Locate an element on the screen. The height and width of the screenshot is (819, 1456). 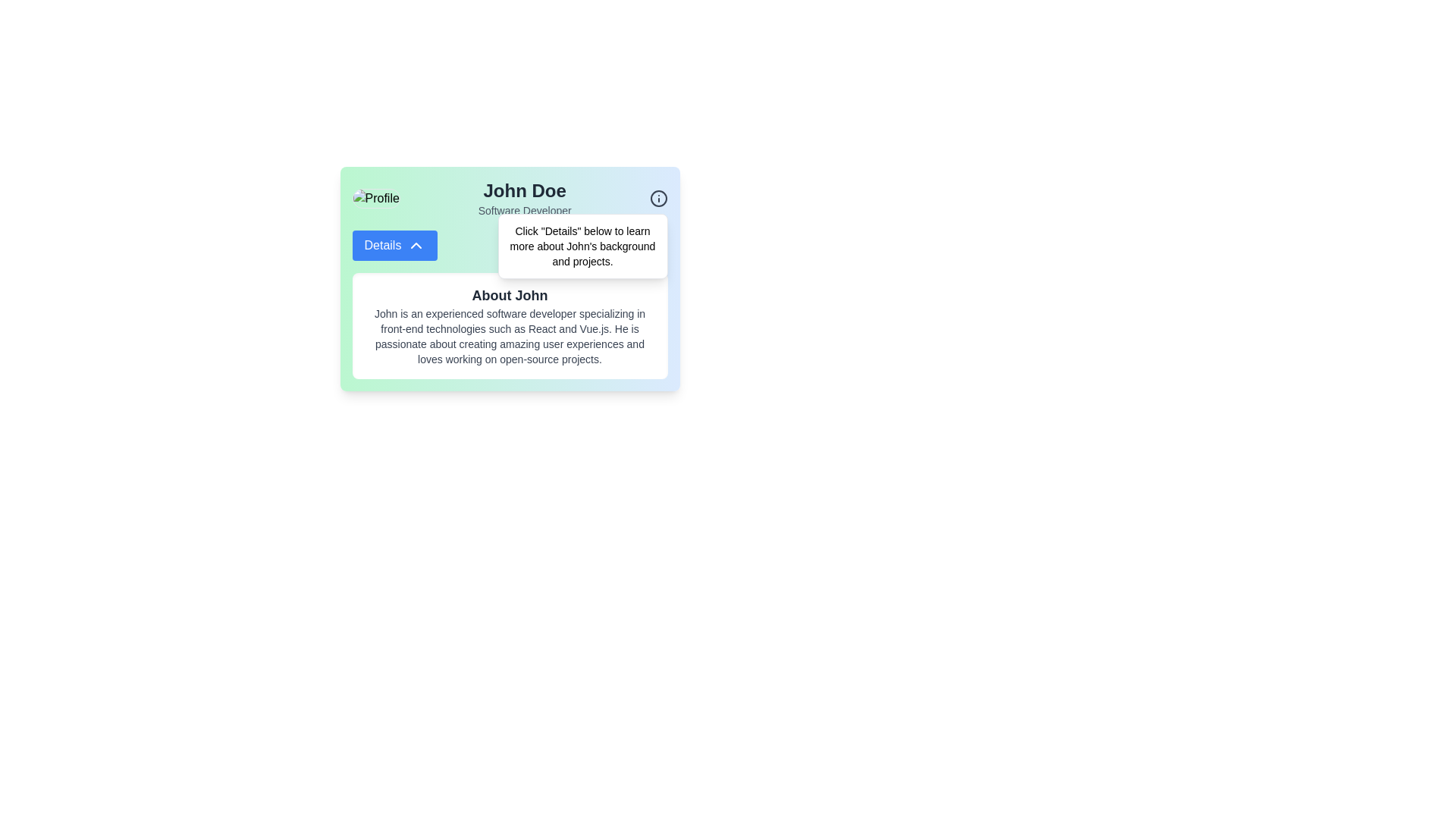
text from the Text Label that describes John's occupation or role, which is centrally aligned below the 'John Doe' title within the card layout is located at coordinates (525, 210).